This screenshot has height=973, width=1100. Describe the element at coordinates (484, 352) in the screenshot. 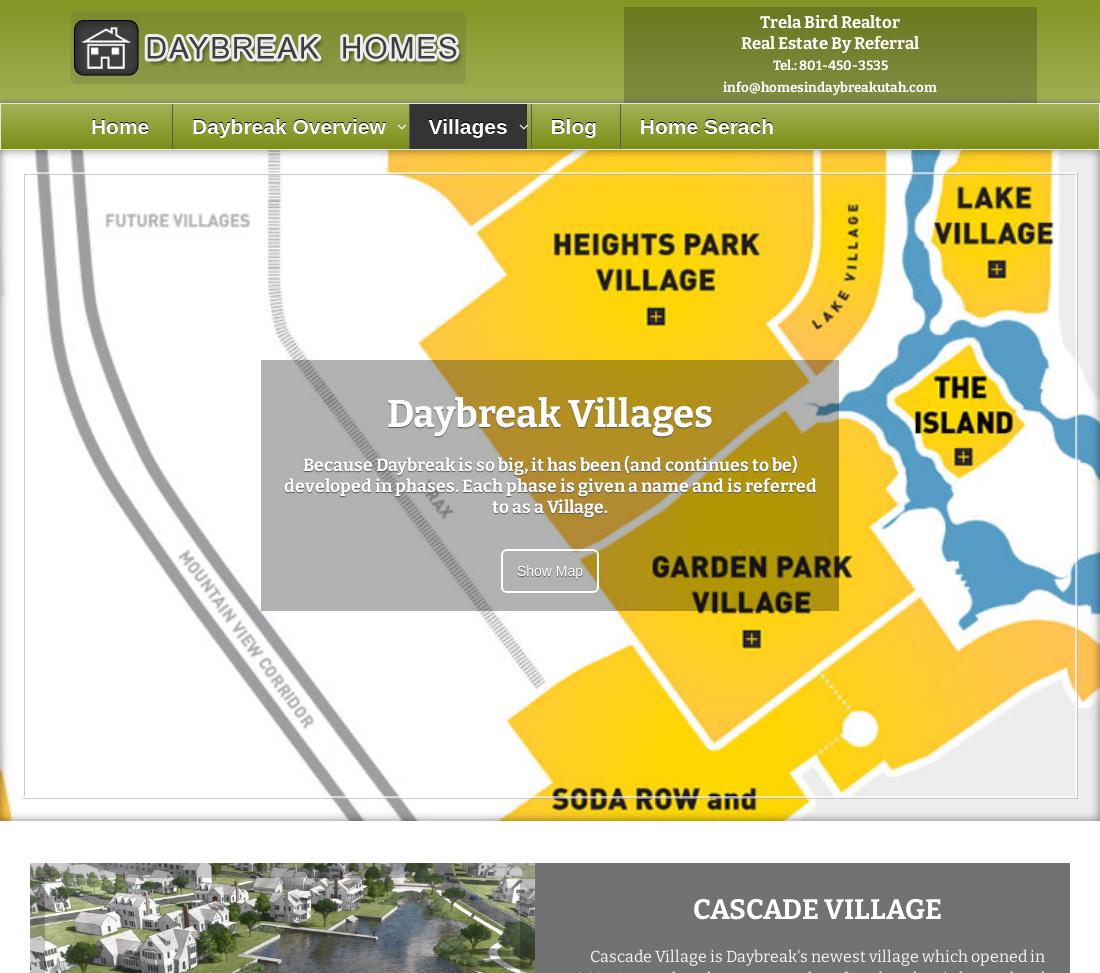

I see `'Garden Park Village'` at that location.